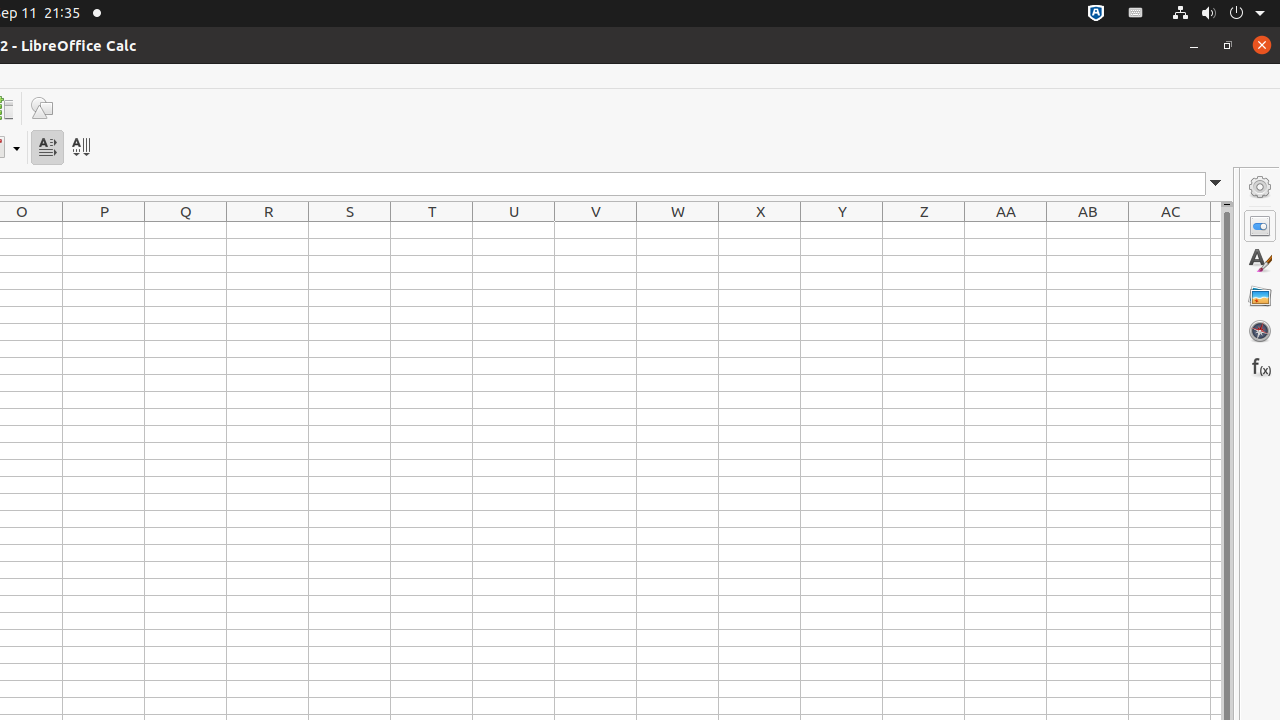  What do you see at coordinates (1259, 260) in the screenshot?
I see `'Styles'` at bounding box center [1259, 260].